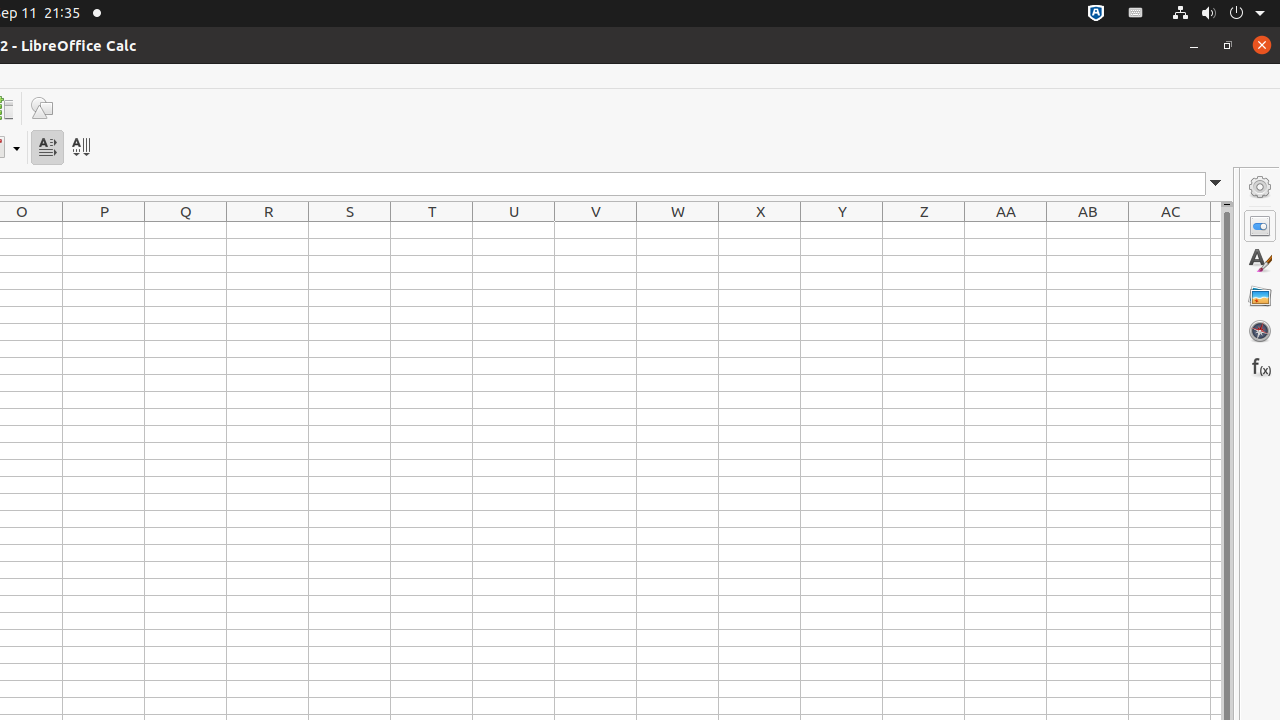  What do you see at coordinates (1259, 260) in the screenshot?
I see `'Styles'` at bounding box center [1259, 260].